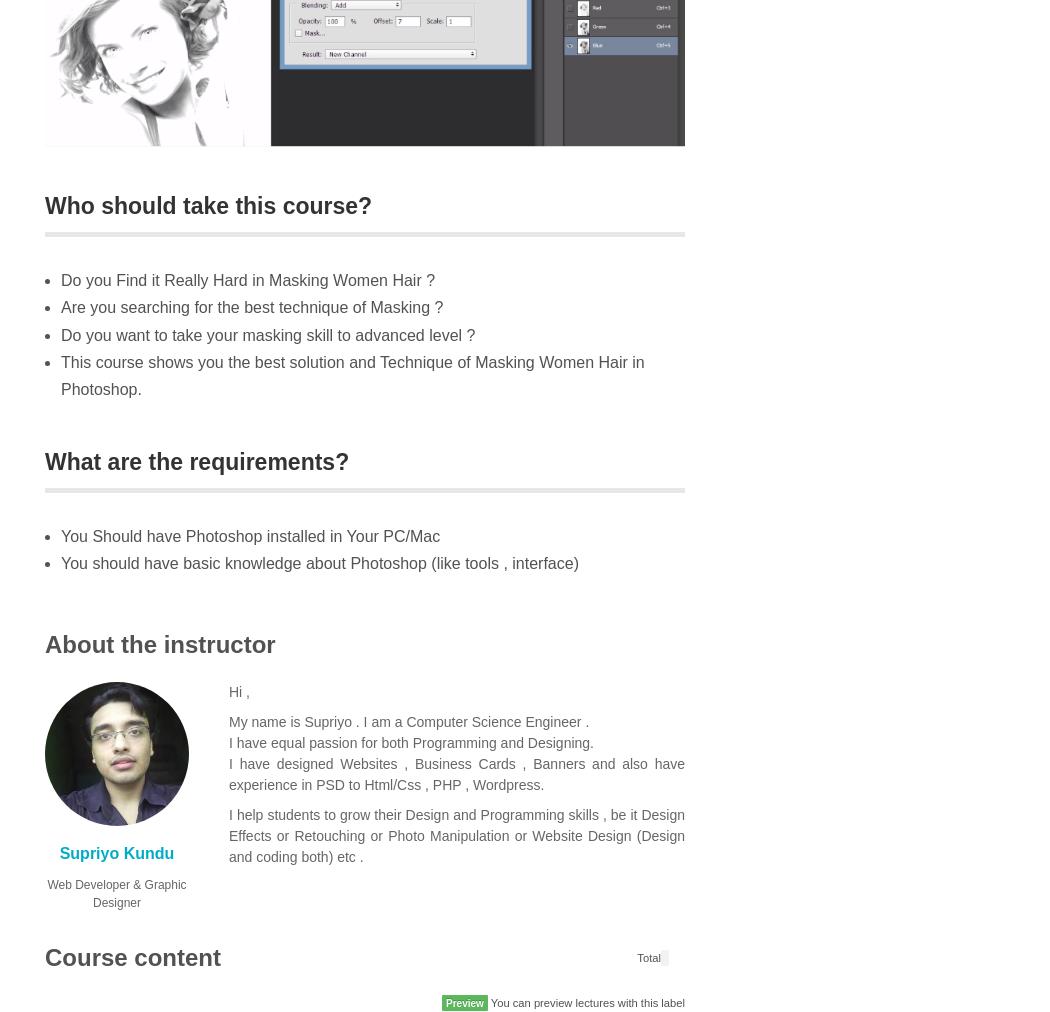  I want to click on 'Who should take this course?', so click(44, 206).